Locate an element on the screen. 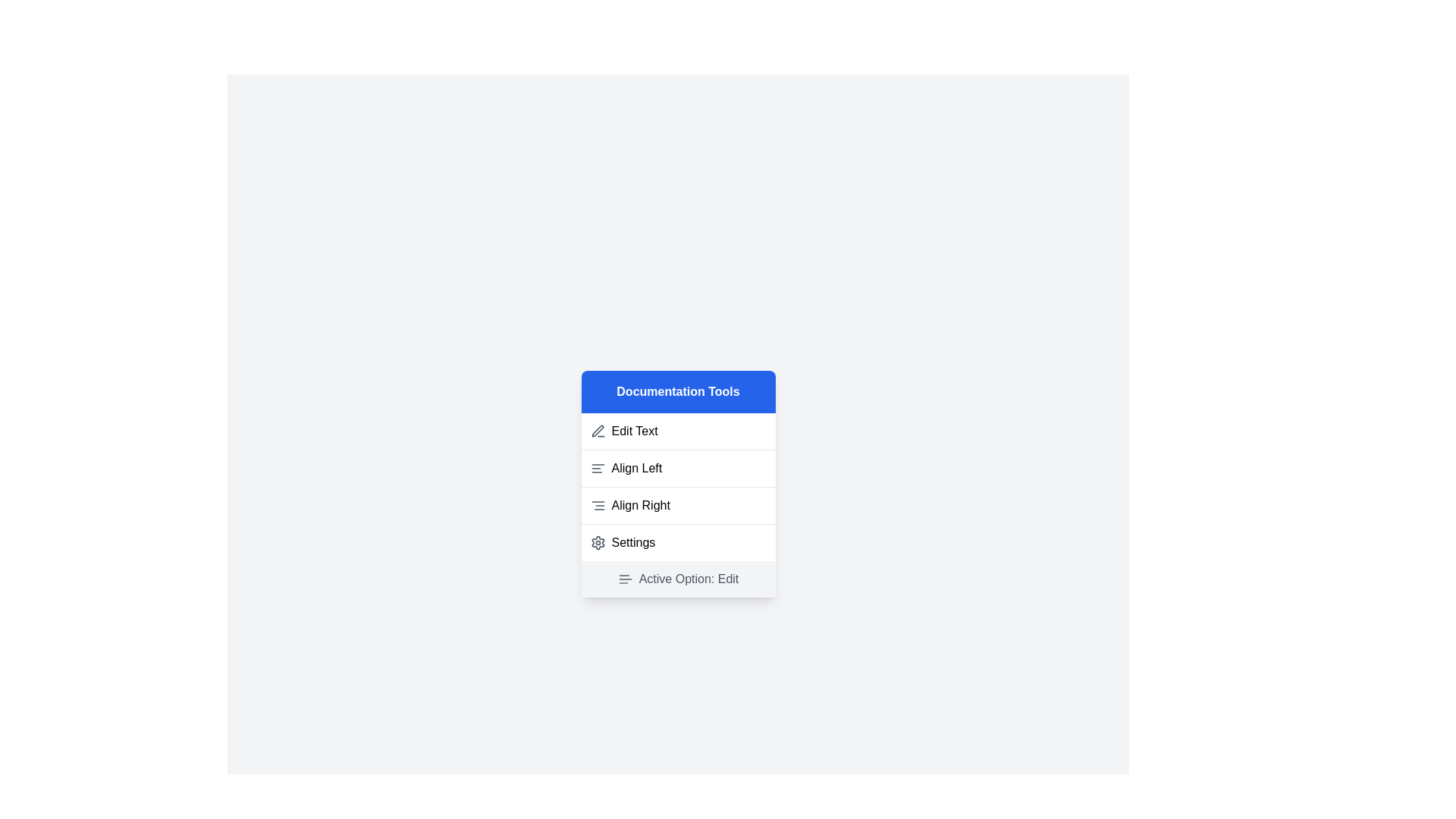  the menu option Align Left to select it is located at coordinates (677, 467).